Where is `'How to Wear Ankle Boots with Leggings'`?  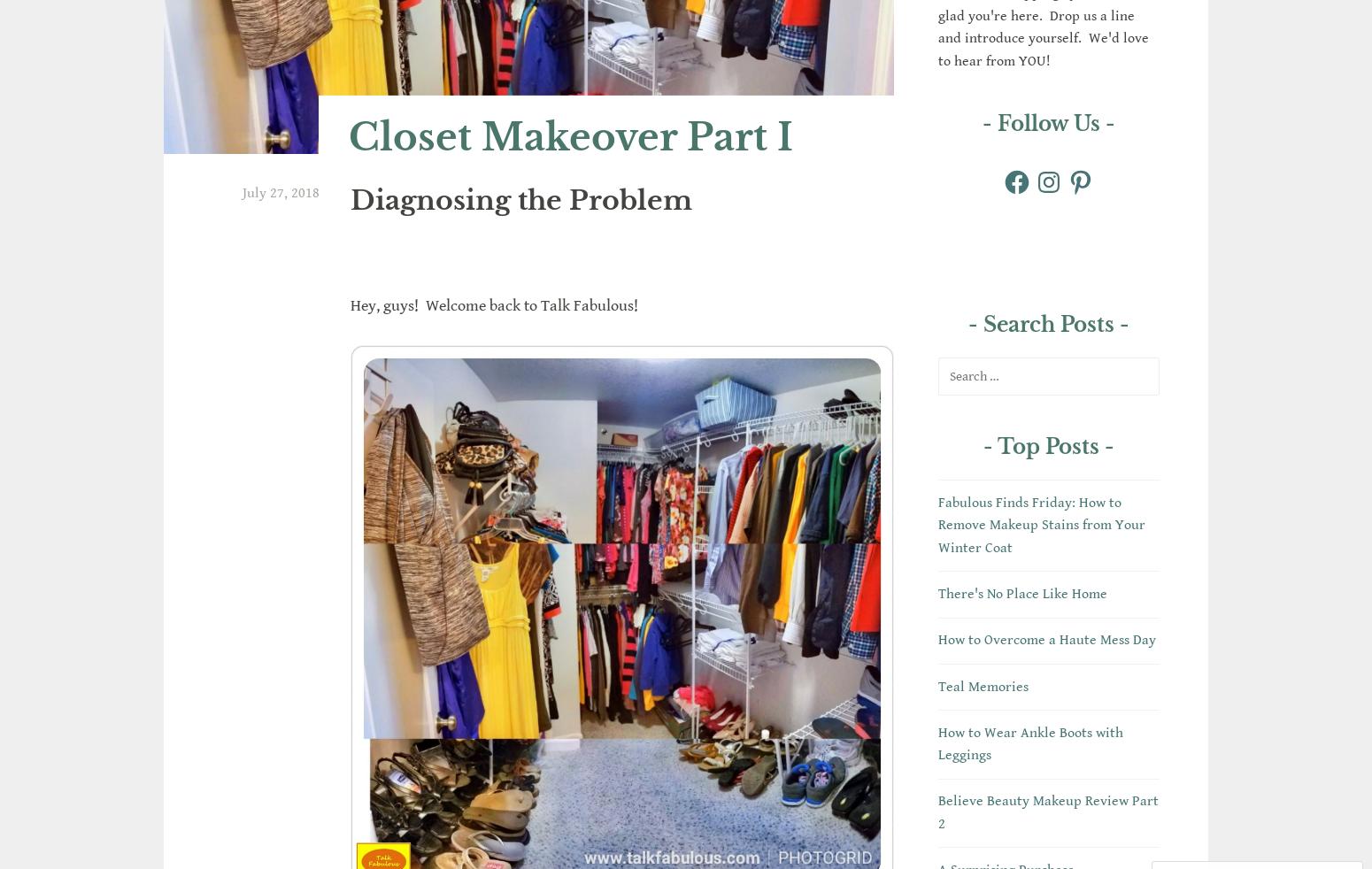
'How to Wear Ankle Boots with Leggings' is located at coordinates (938, 743).